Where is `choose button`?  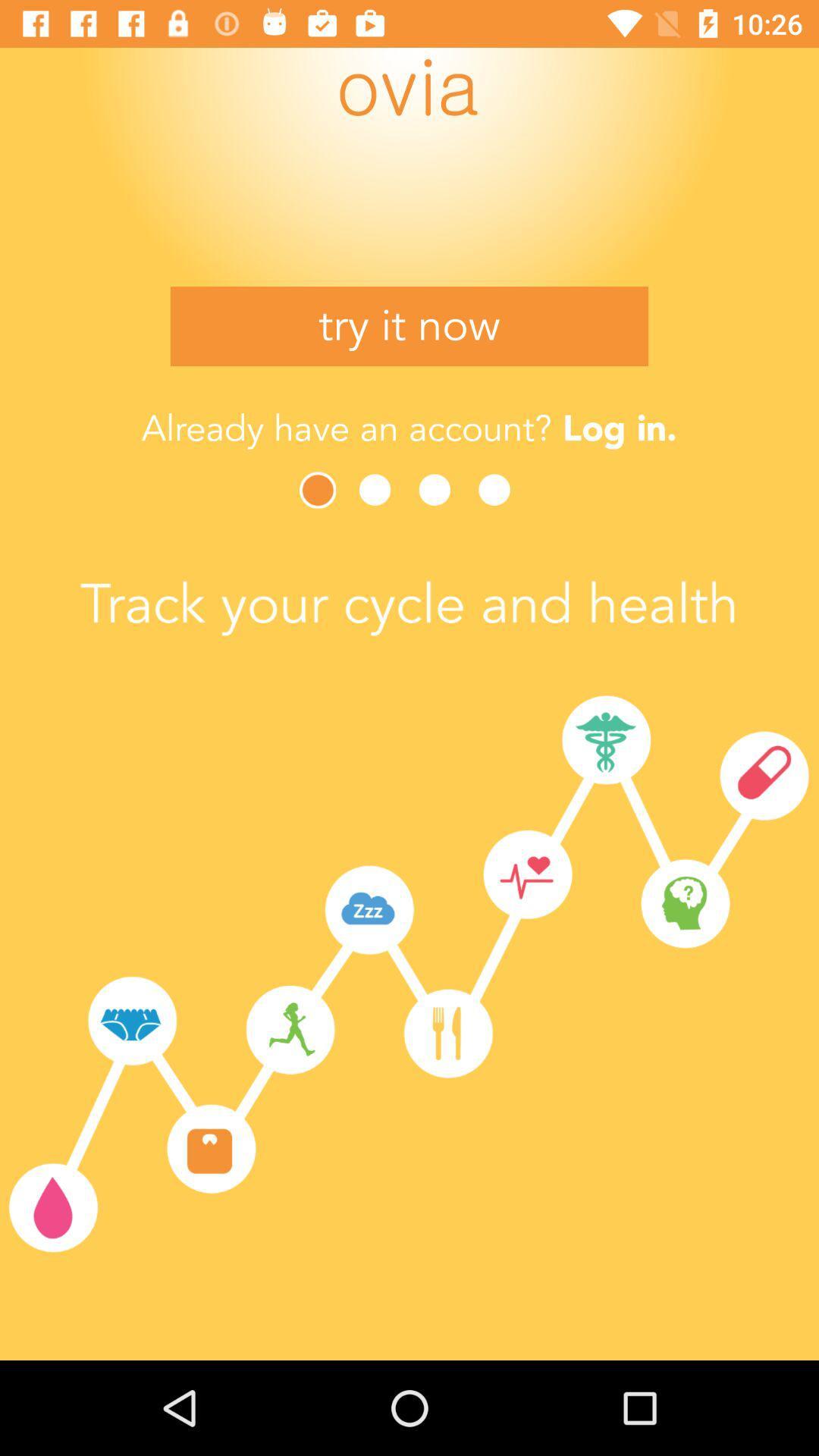 choose button is located at coordinates (318, 490).